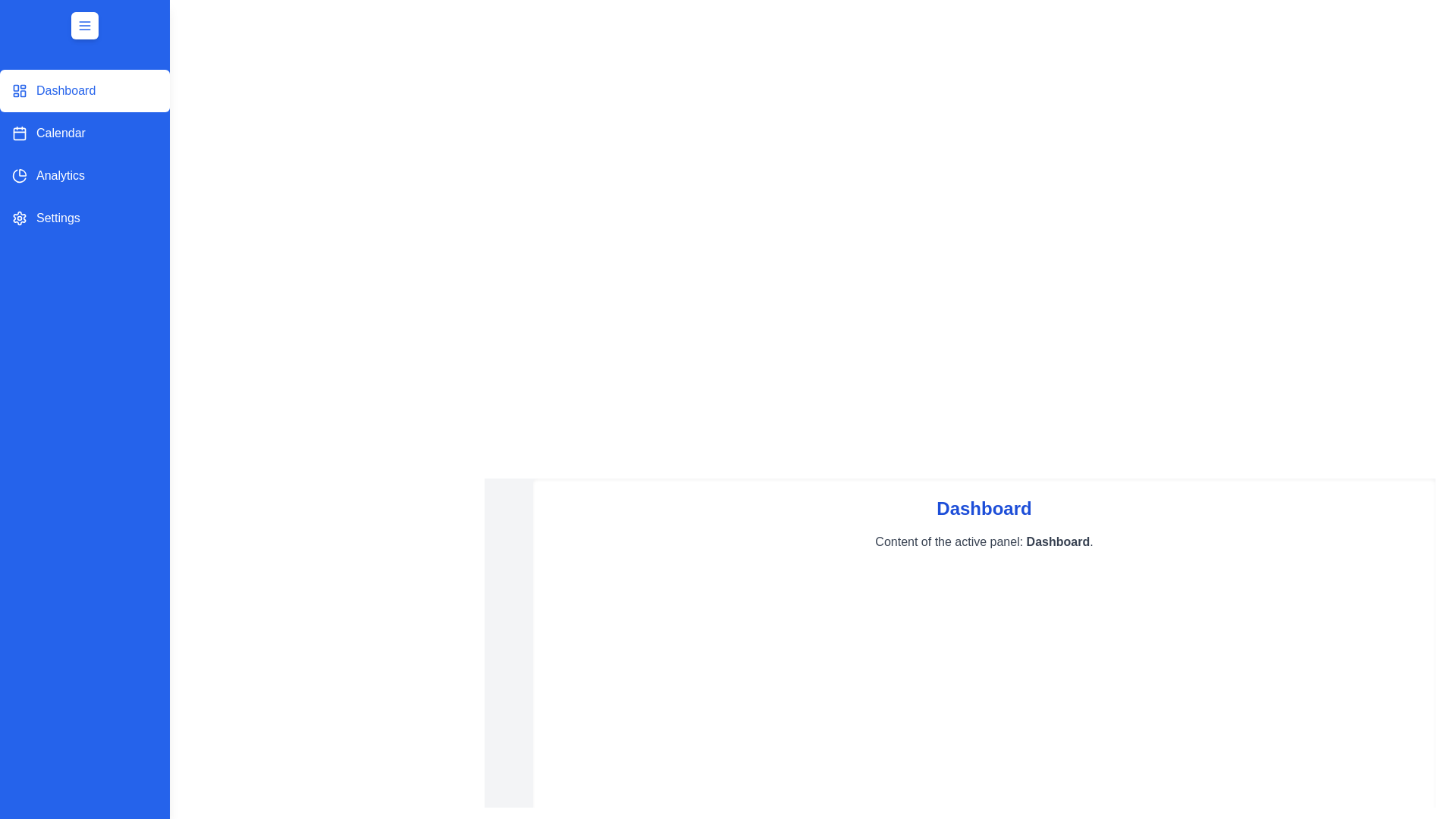  Describe the element at coordinates (83, 26) in the screenshot. I see `toggle button at the top-left corner of the sidebar to toggle the drawer` at that location.